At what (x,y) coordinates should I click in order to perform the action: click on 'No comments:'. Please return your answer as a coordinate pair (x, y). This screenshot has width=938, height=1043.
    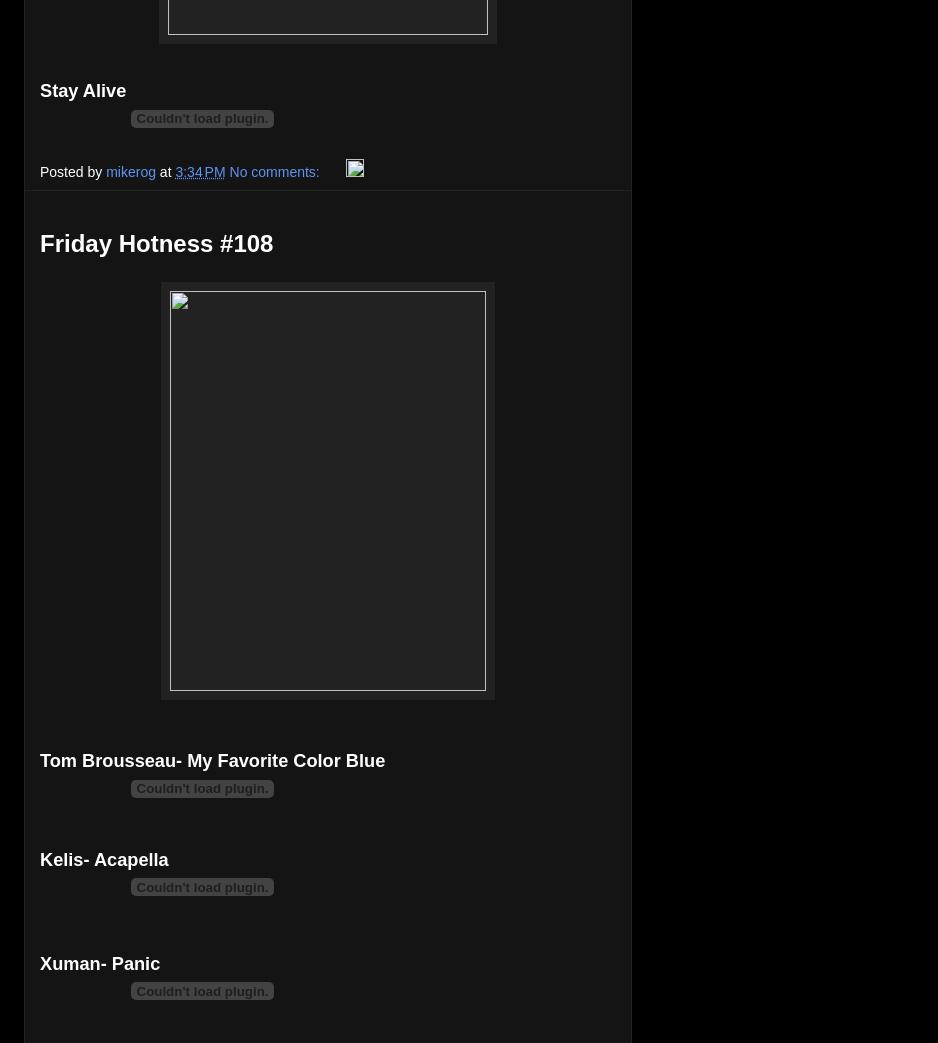
    Looking at the image, I should click on (228, 170).